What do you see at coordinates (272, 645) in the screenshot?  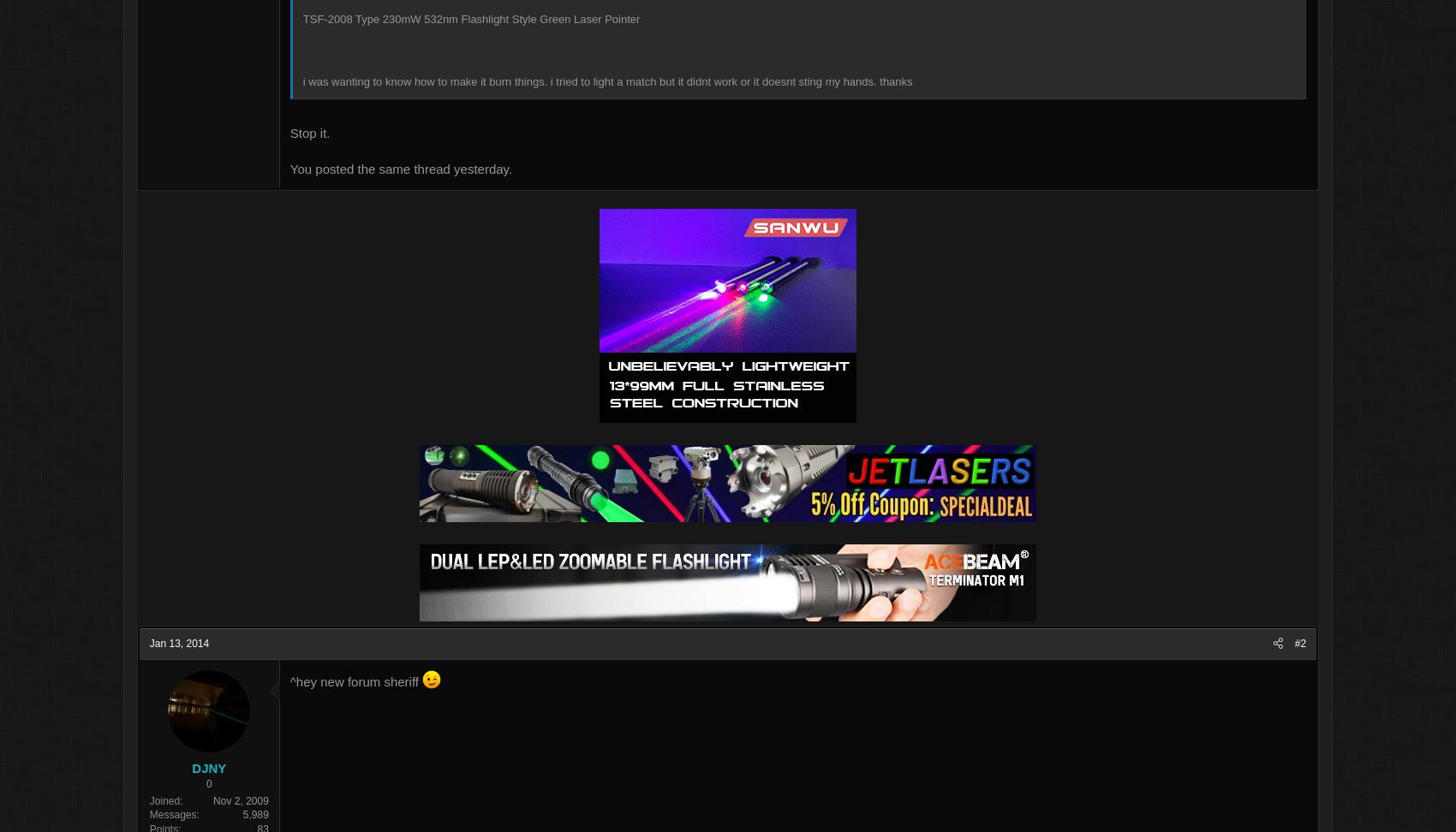 I see `'Jan 13, 2014'` at bounding box center [272, 645].